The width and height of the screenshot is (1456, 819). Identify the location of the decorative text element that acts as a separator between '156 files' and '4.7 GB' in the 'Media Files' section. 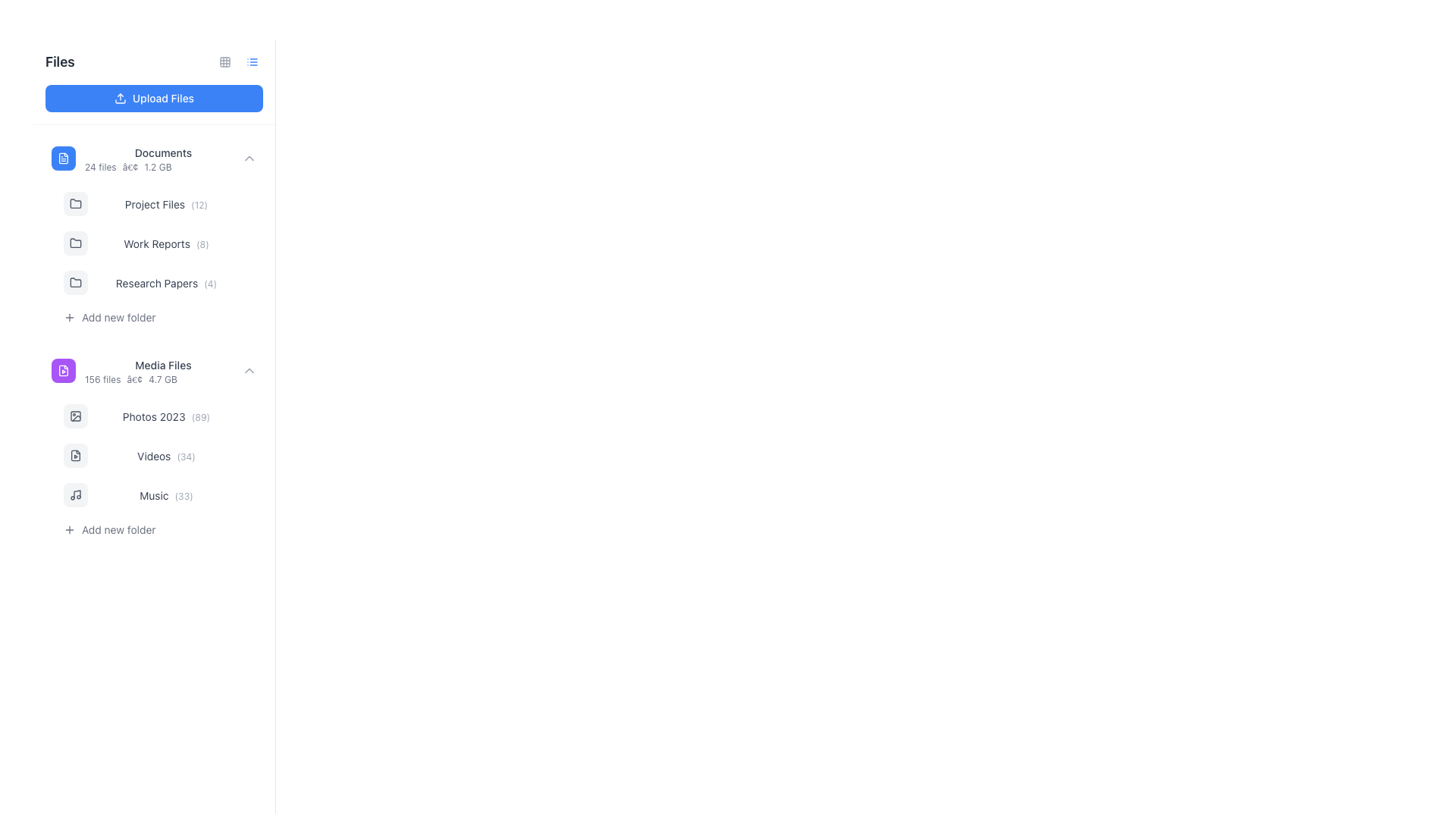
(134, 379).